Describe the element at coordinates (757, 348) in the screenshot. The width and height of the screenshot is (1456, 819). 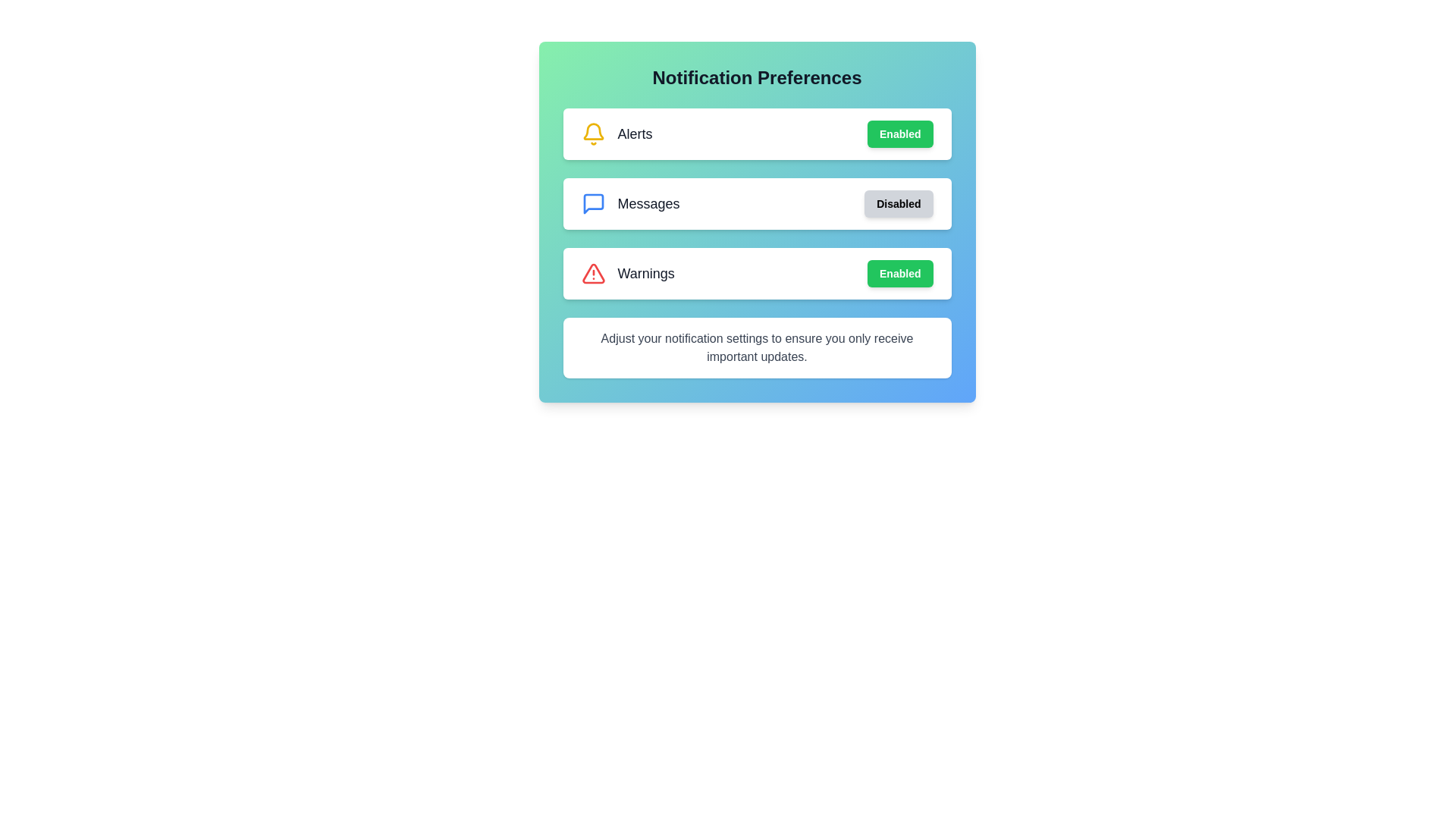
I see `the text element containing the notification settings description` at that location.